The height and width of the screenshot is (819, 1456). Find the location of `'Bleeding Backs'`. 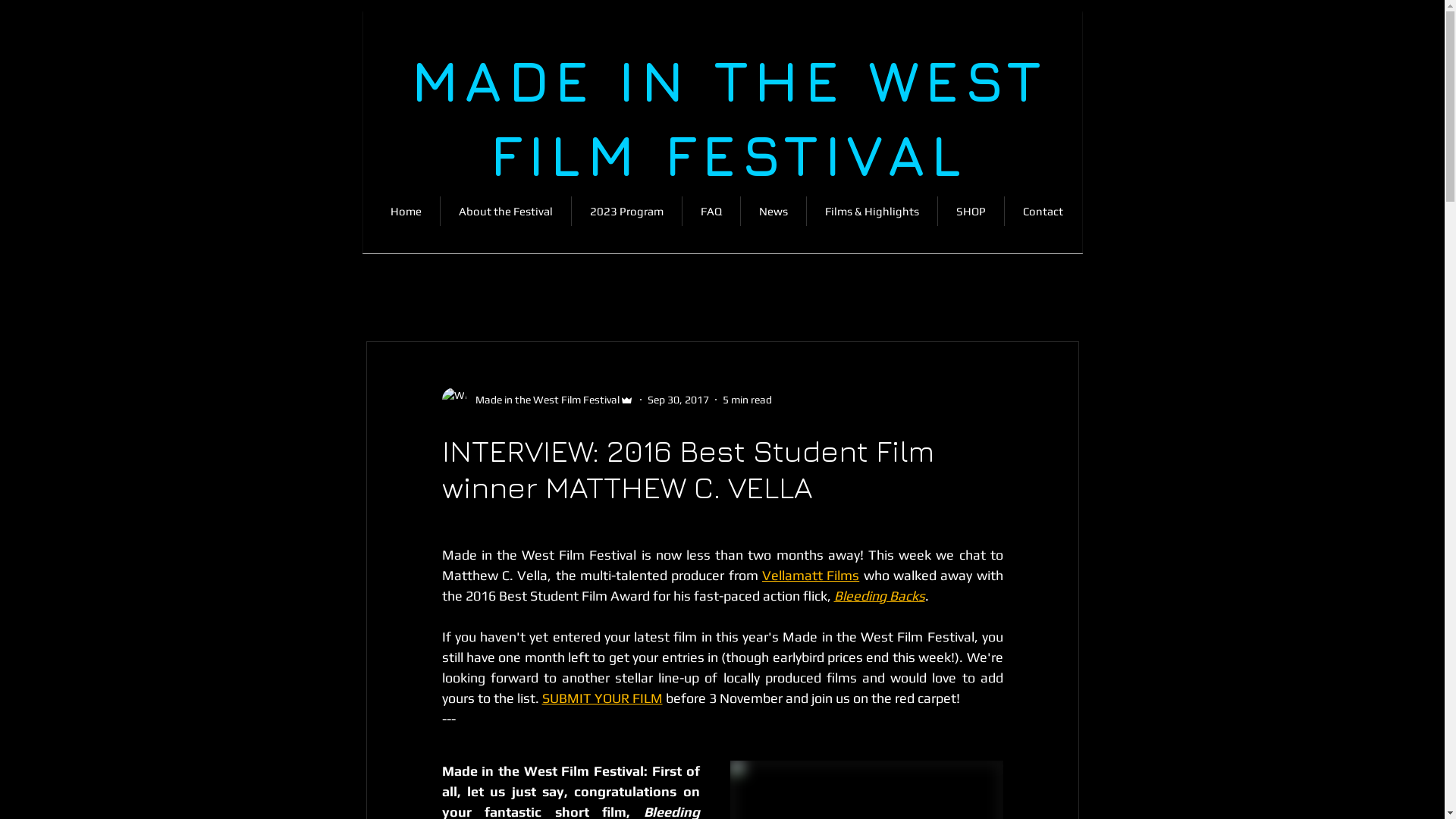

'Bleeding Backs' is located at coordinates (880, 595).